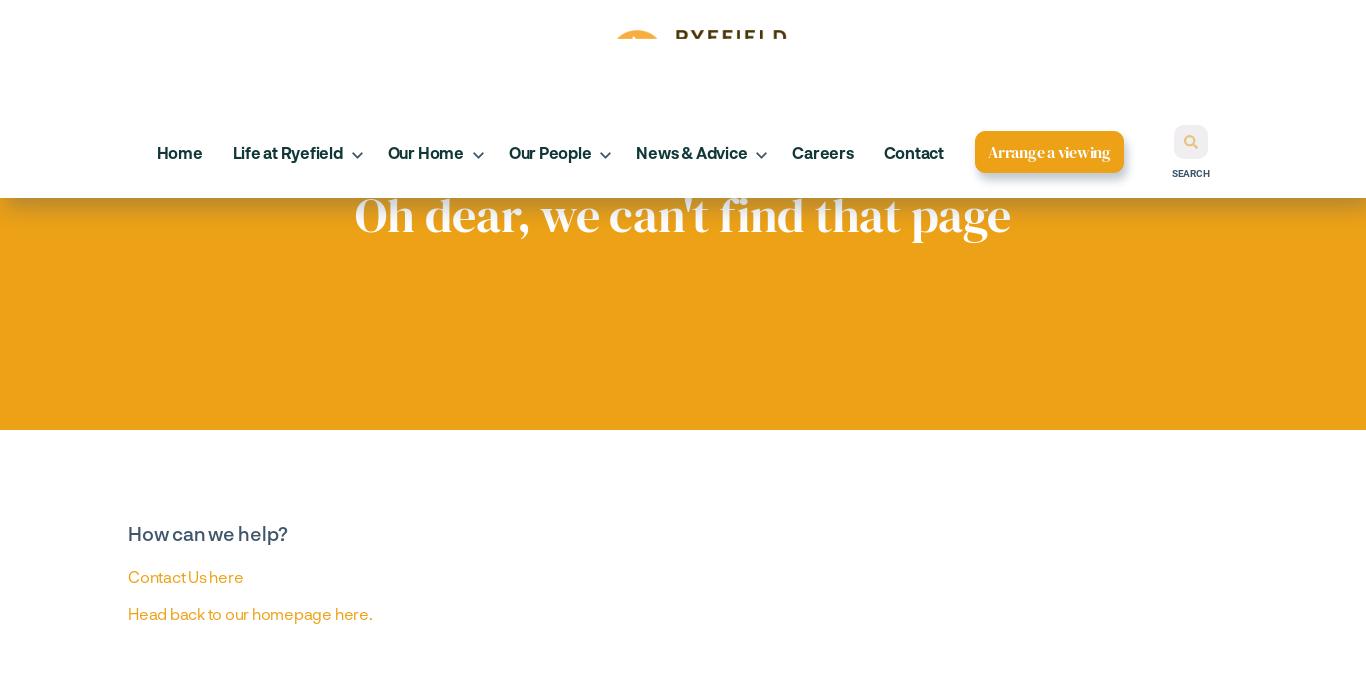  I want to click on 'Our People', so click(549, 151).